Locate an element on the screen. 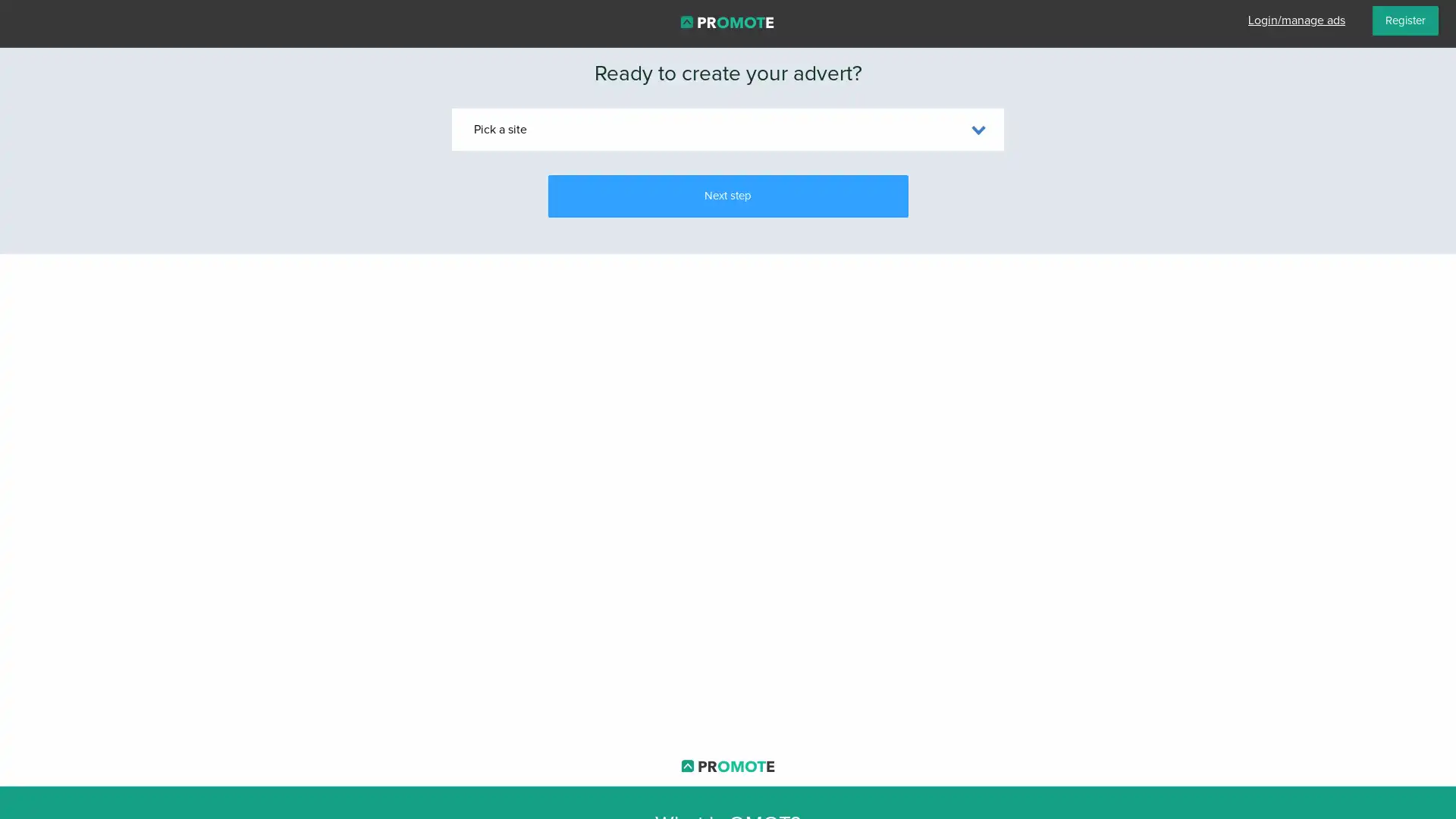 The width and height of the screenshot is (1456, 819). Next step is located at coordinates (726, 195).